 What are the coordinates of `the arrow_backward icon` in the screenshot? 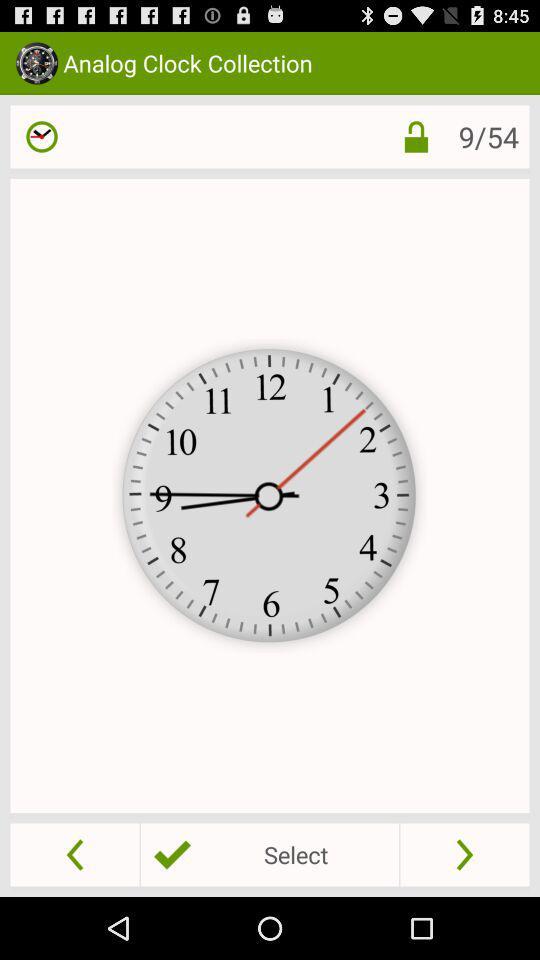 It's located at (74, 915).